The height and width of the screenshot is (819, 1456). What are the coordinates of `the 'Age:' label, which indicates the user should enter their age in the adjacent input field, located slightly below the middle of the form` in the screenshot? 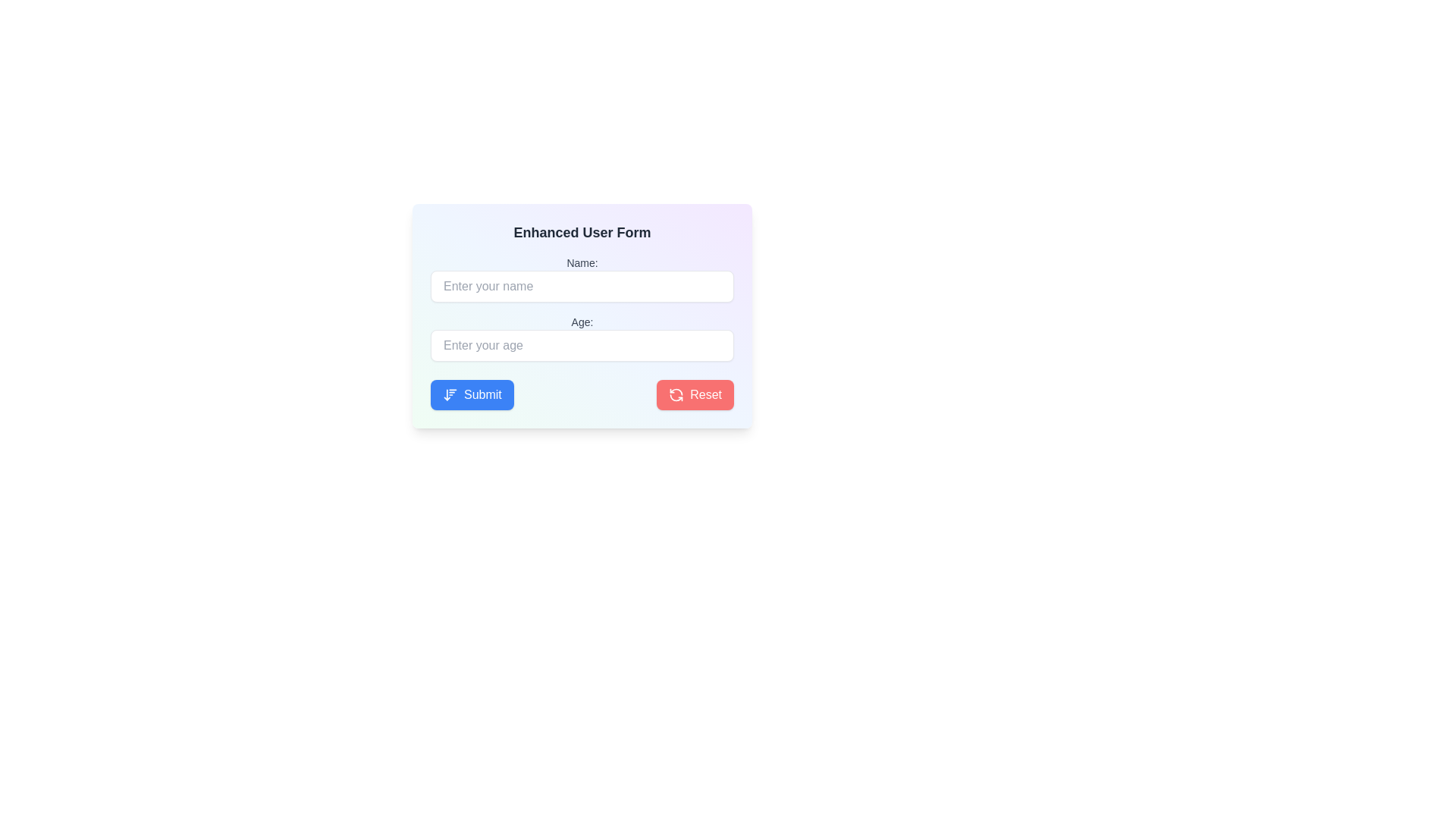 It's located at (582, 321).